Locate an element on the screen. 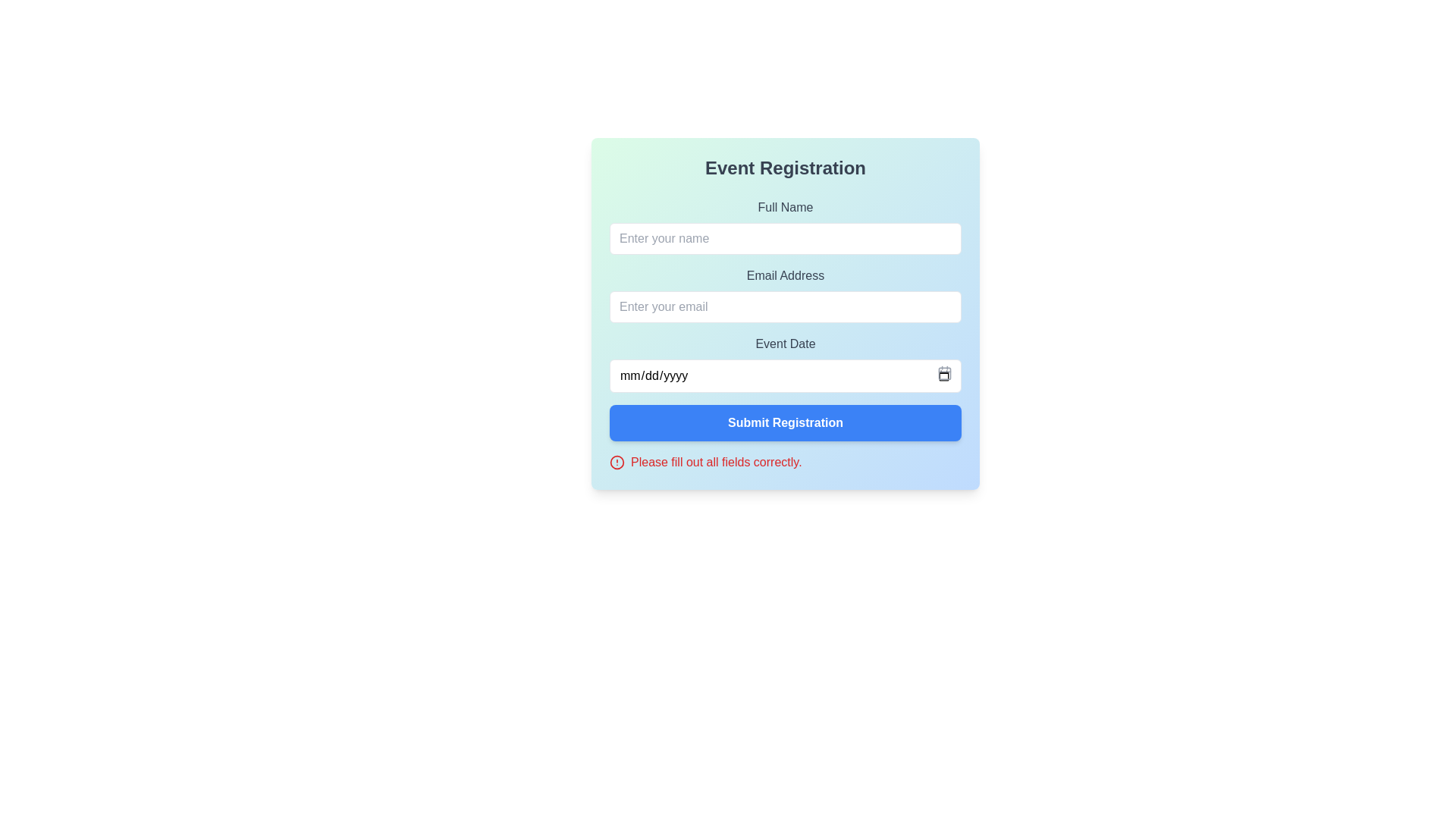  the email input field labeled 'Event Registration' to focus on it is located at coordinates (786, 295).